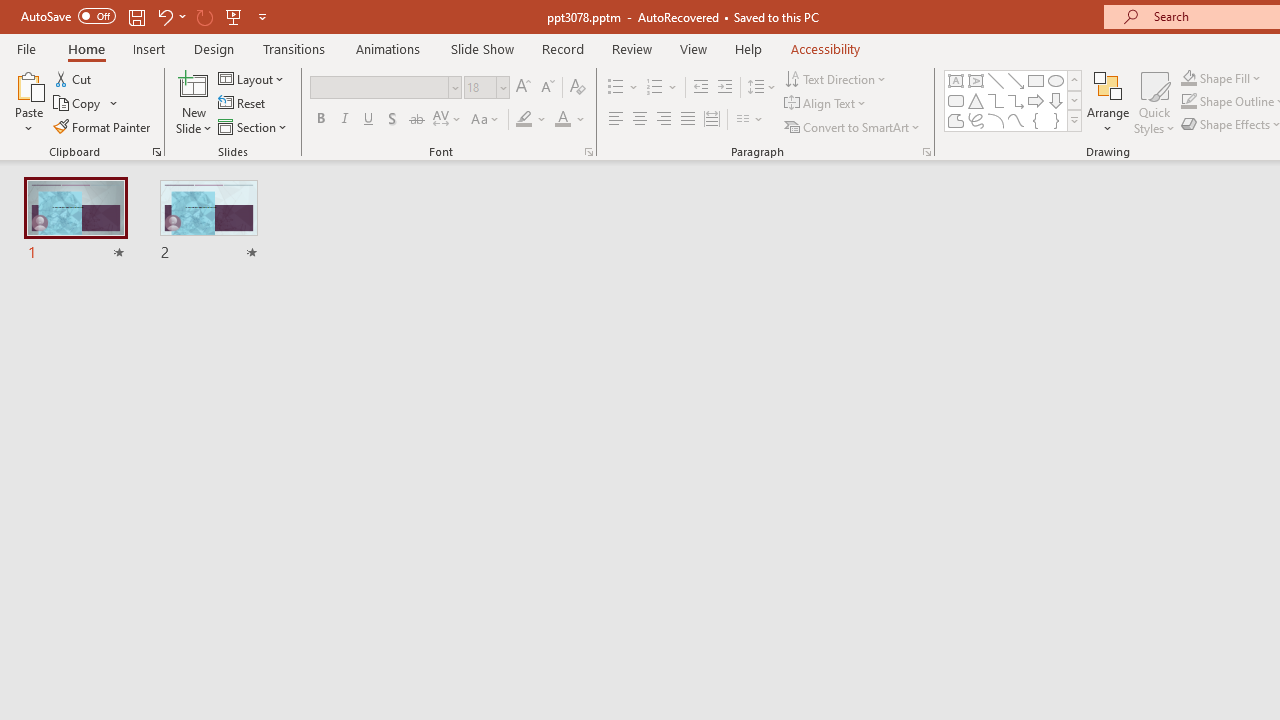 This screenshot has width=1280, height=720. What do you see at coordinates (486, 86) in the screenshot?
I see `'Font Size'` at bounding box center [486, 86].